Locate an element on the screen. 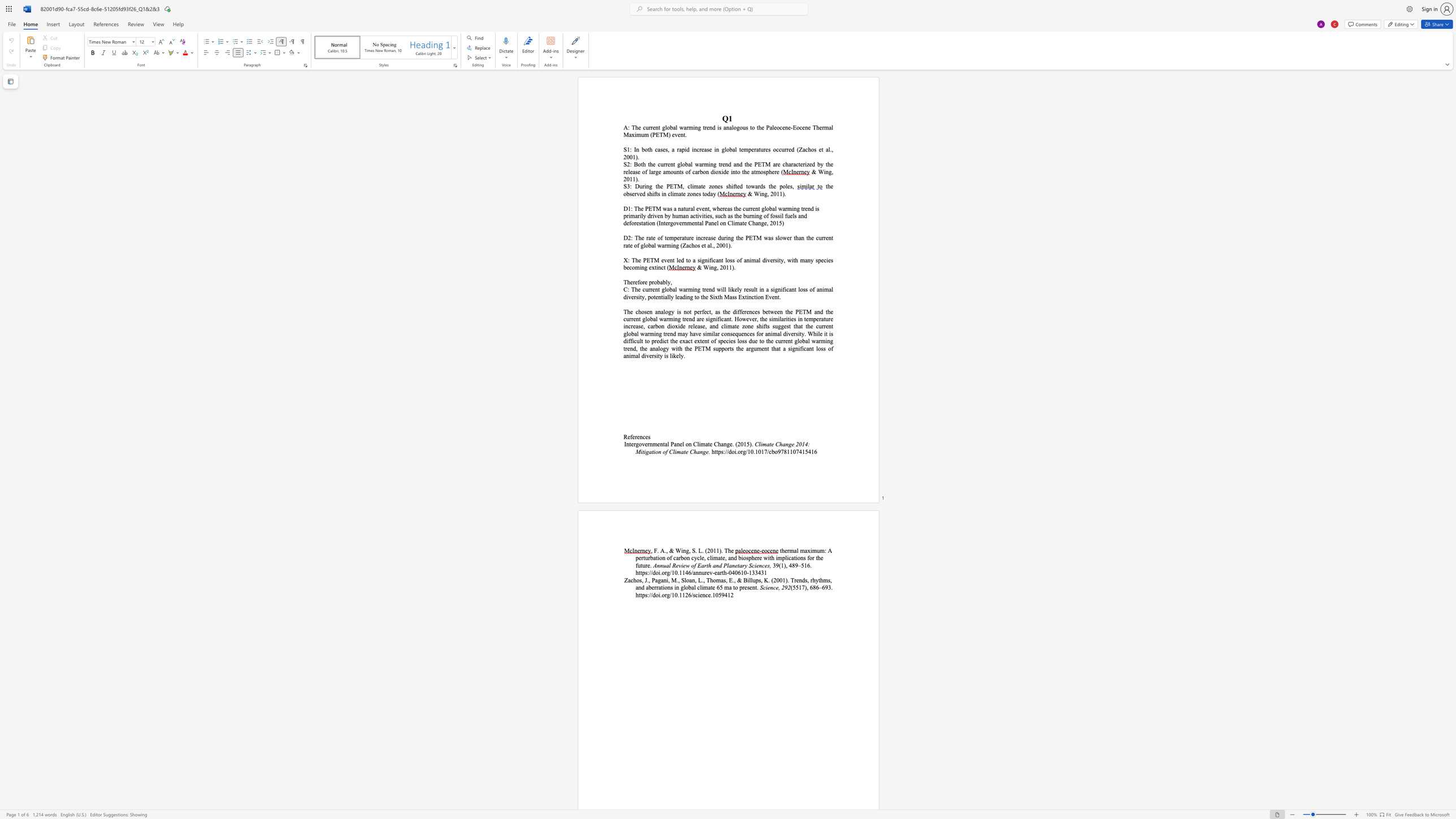  the 1th character "l" in the text is located at coordinates (729, 289).